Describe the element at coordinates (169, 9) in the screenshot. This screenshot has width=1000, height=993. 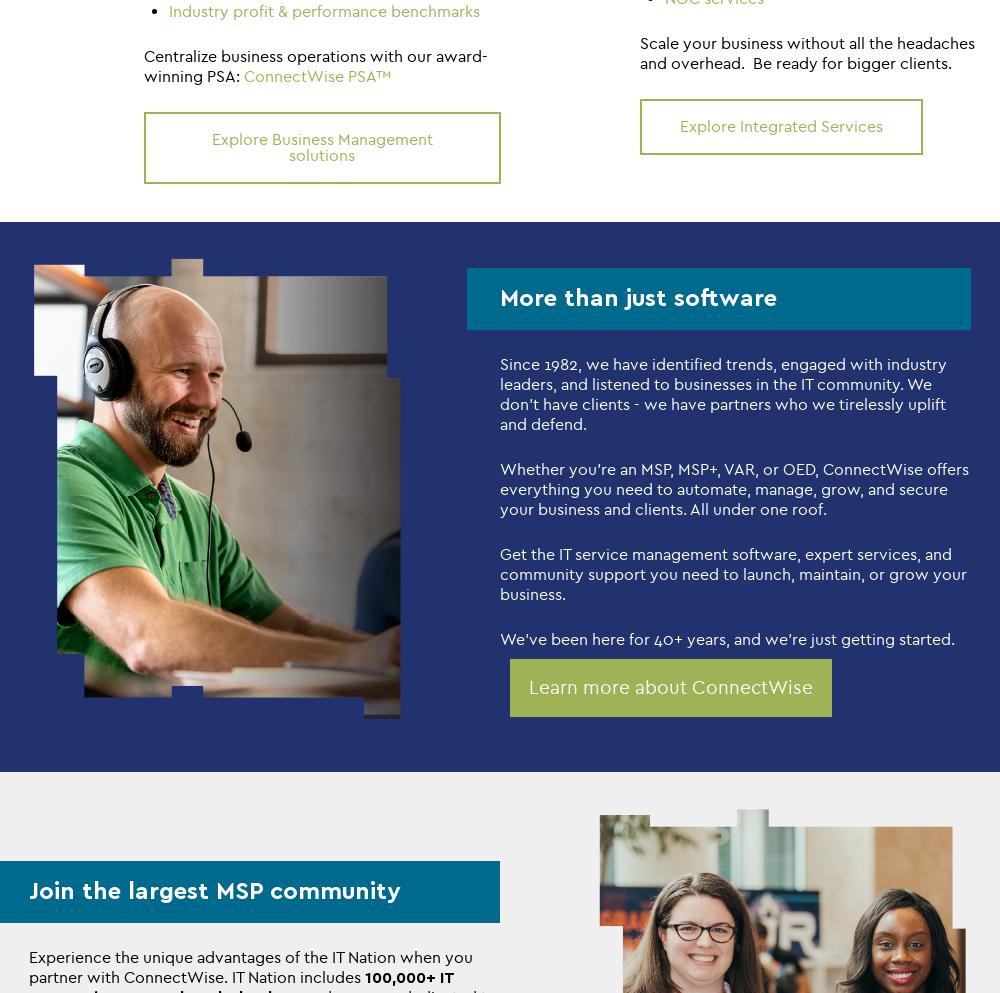
I see `'Industry profit & performance benchmarks'` at that location.